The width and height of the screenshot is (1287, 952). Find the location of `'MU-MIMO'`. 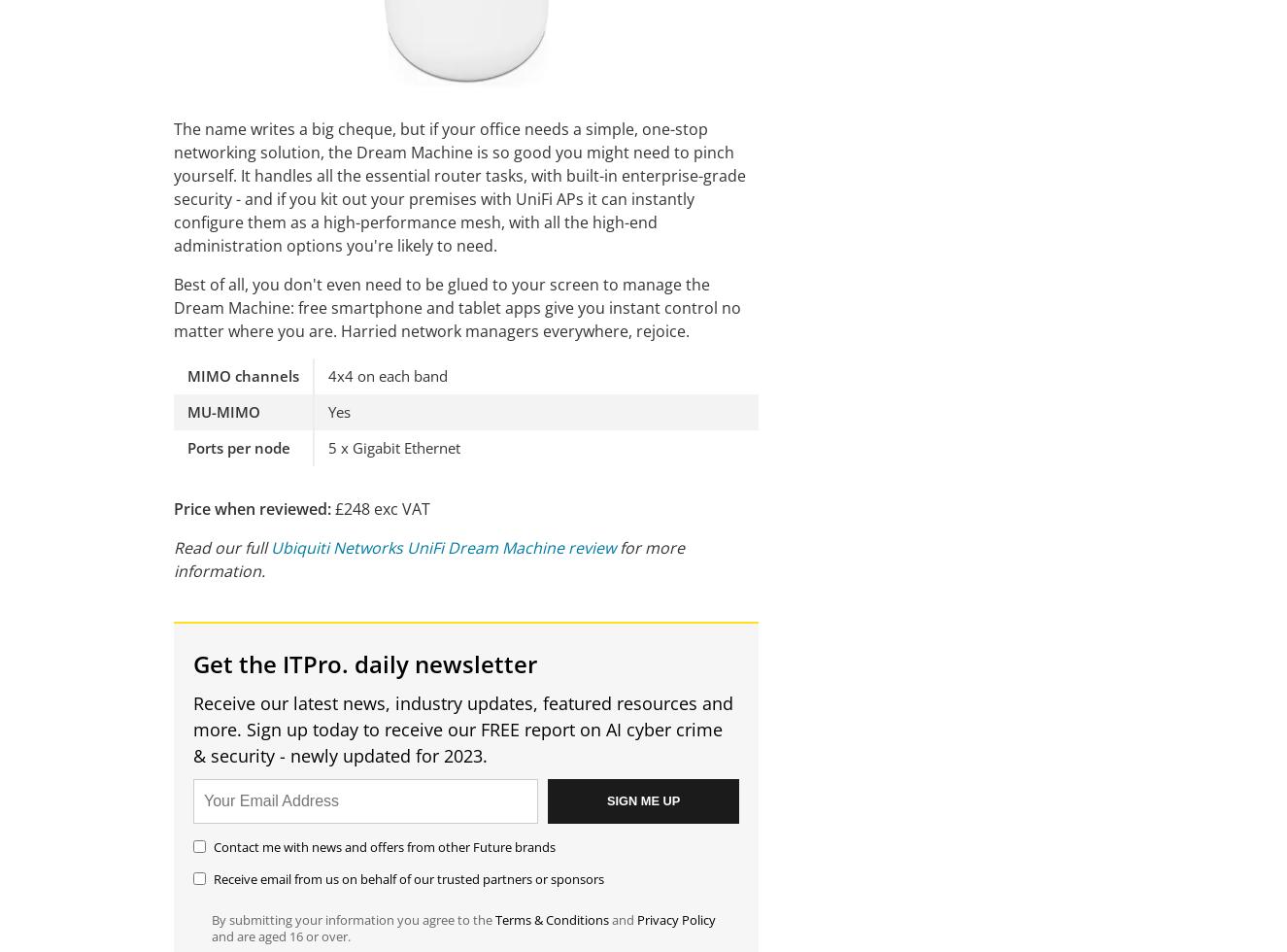

'MU-MIMO' is located at coordinates (223, 410).